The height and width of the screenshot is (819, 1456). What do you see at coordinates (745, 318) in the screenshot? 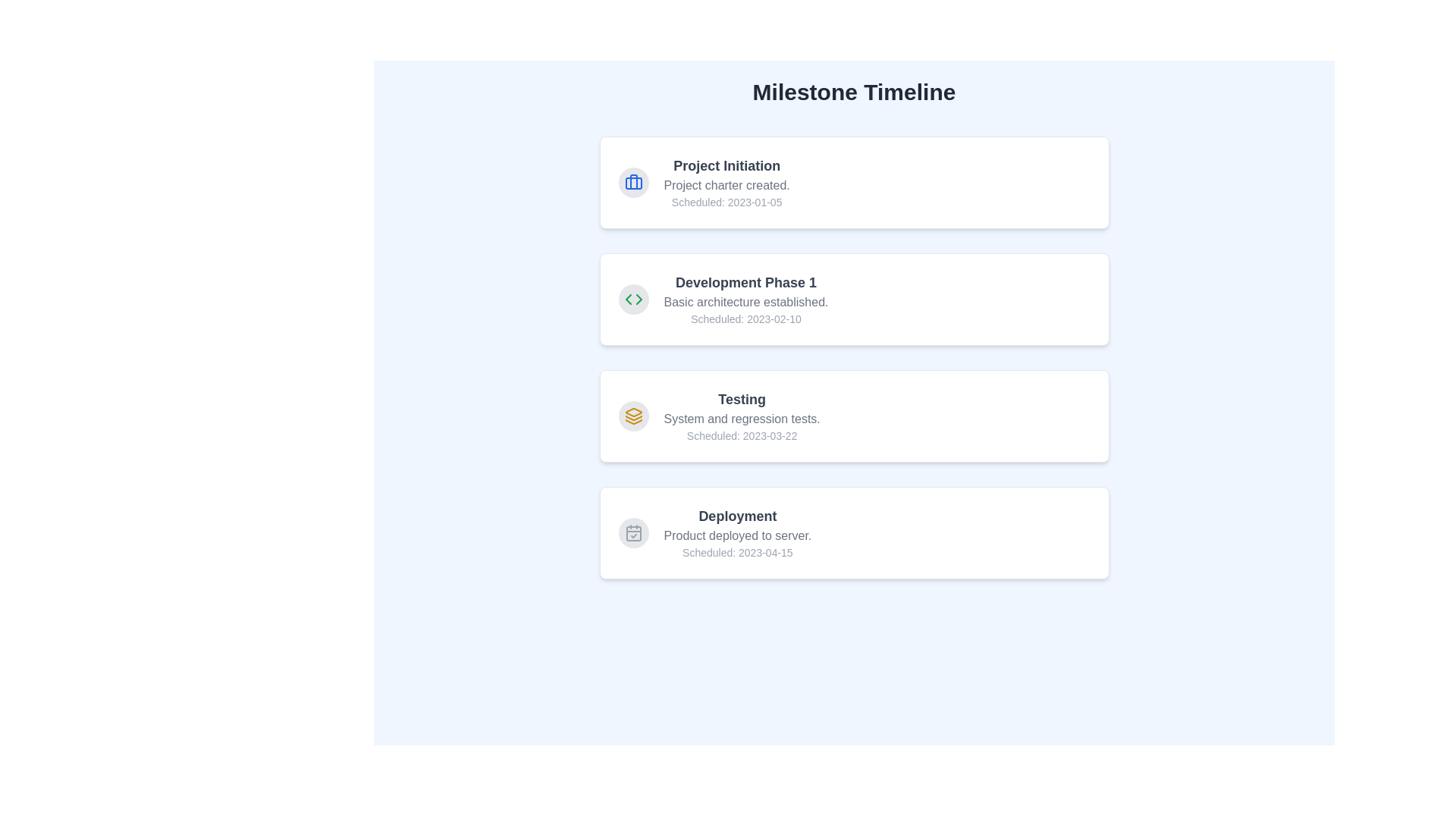
I see `text display element that shows 'Scheduled: 2023-02-10' located beneath 'Basic architecture established.' in the 'Development Phase 1' card` at bounding box center [745, 318].